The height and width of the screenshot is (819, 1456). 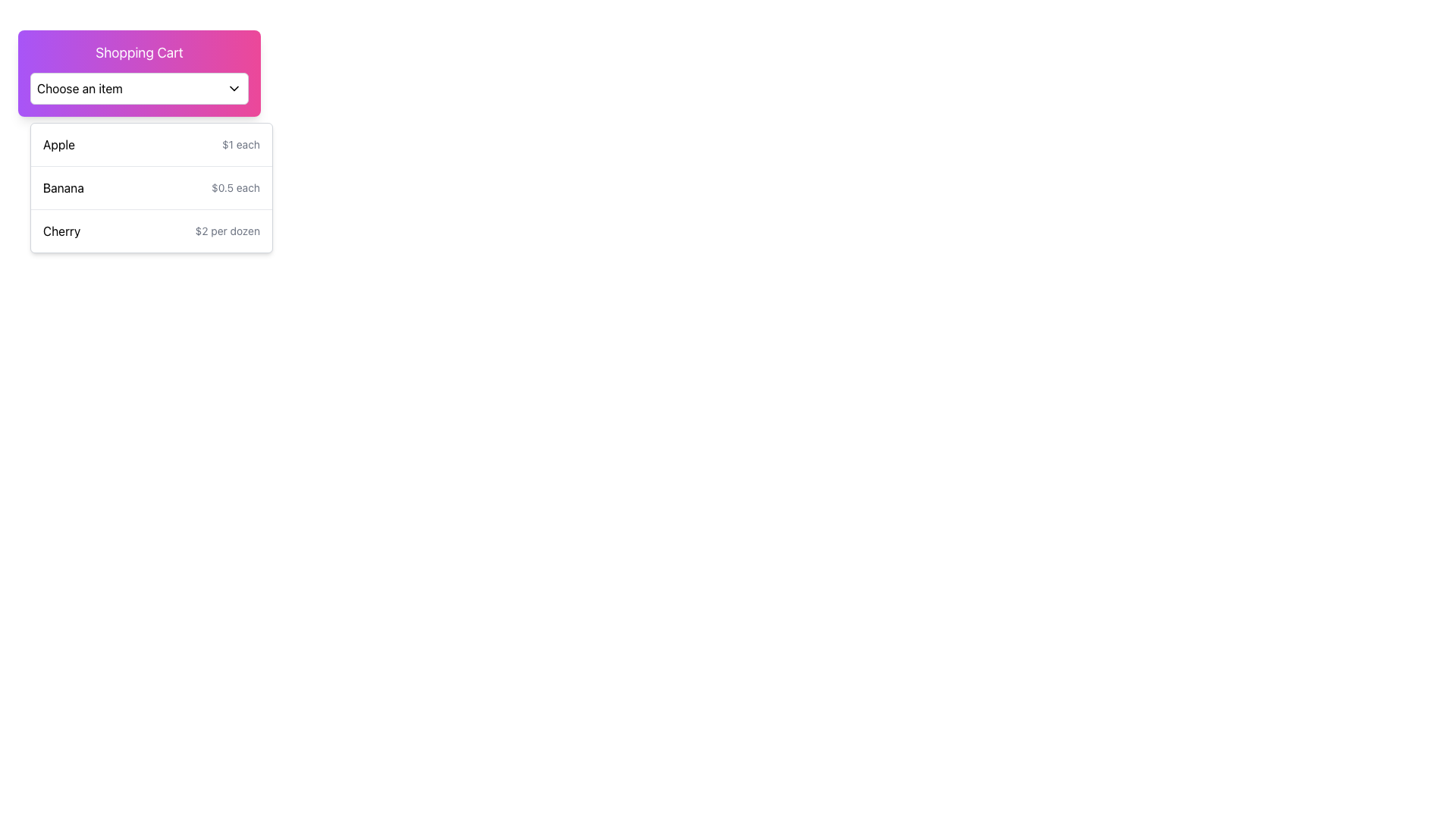 I want to click on the static text label displaying the unit price of the 'Banana' item, which is located on the right side of the 'Banana' text, so click(x=235, y=187).